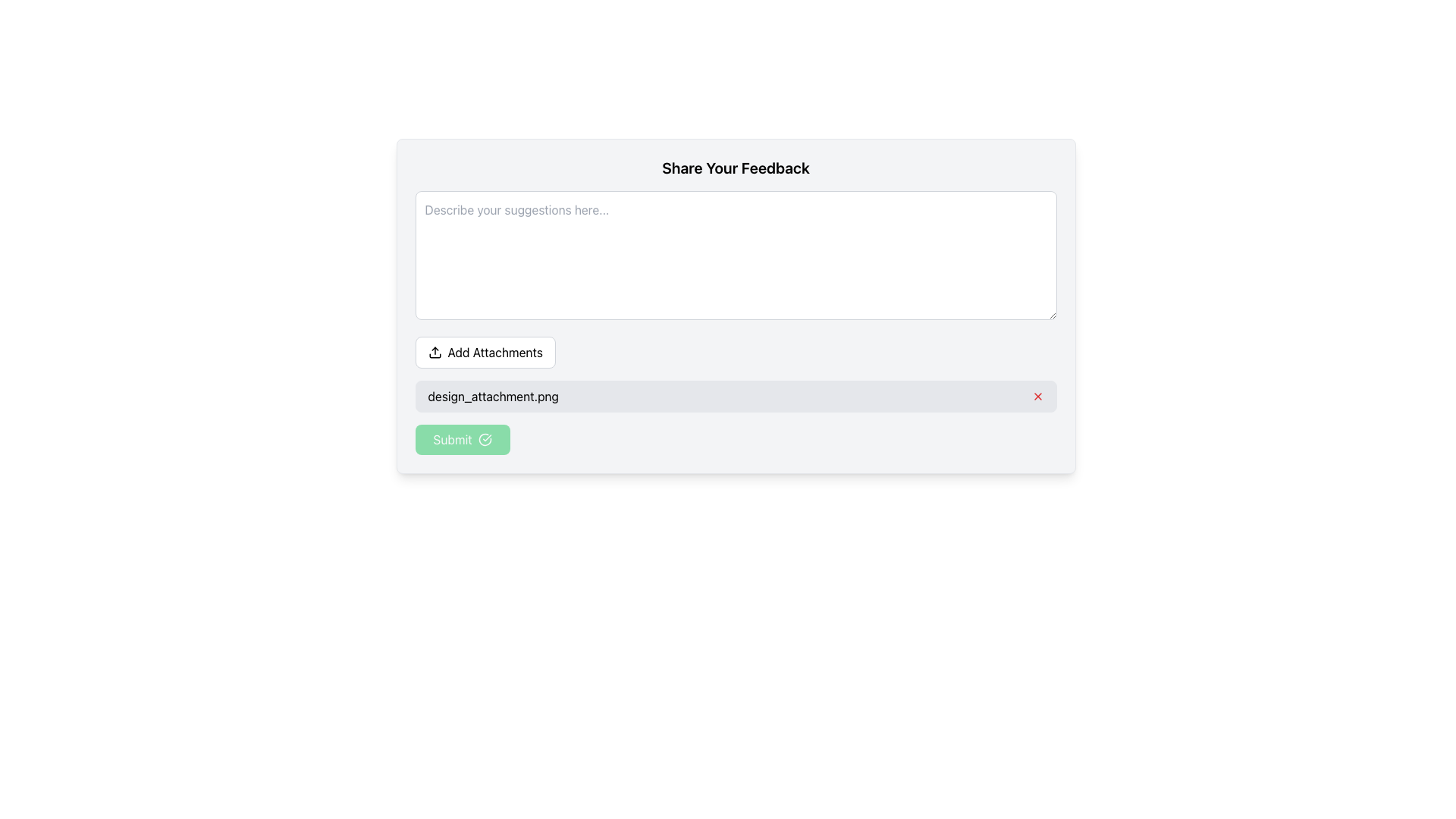 The image size is (1456, 819). What do you see at coordinates (484, 439) in the screenshot?
I see `the circular green icon with a check mark, which is positioned to the right of the green 'Submit' button, indicating confirmation or success` at bounding box center [484, 439].